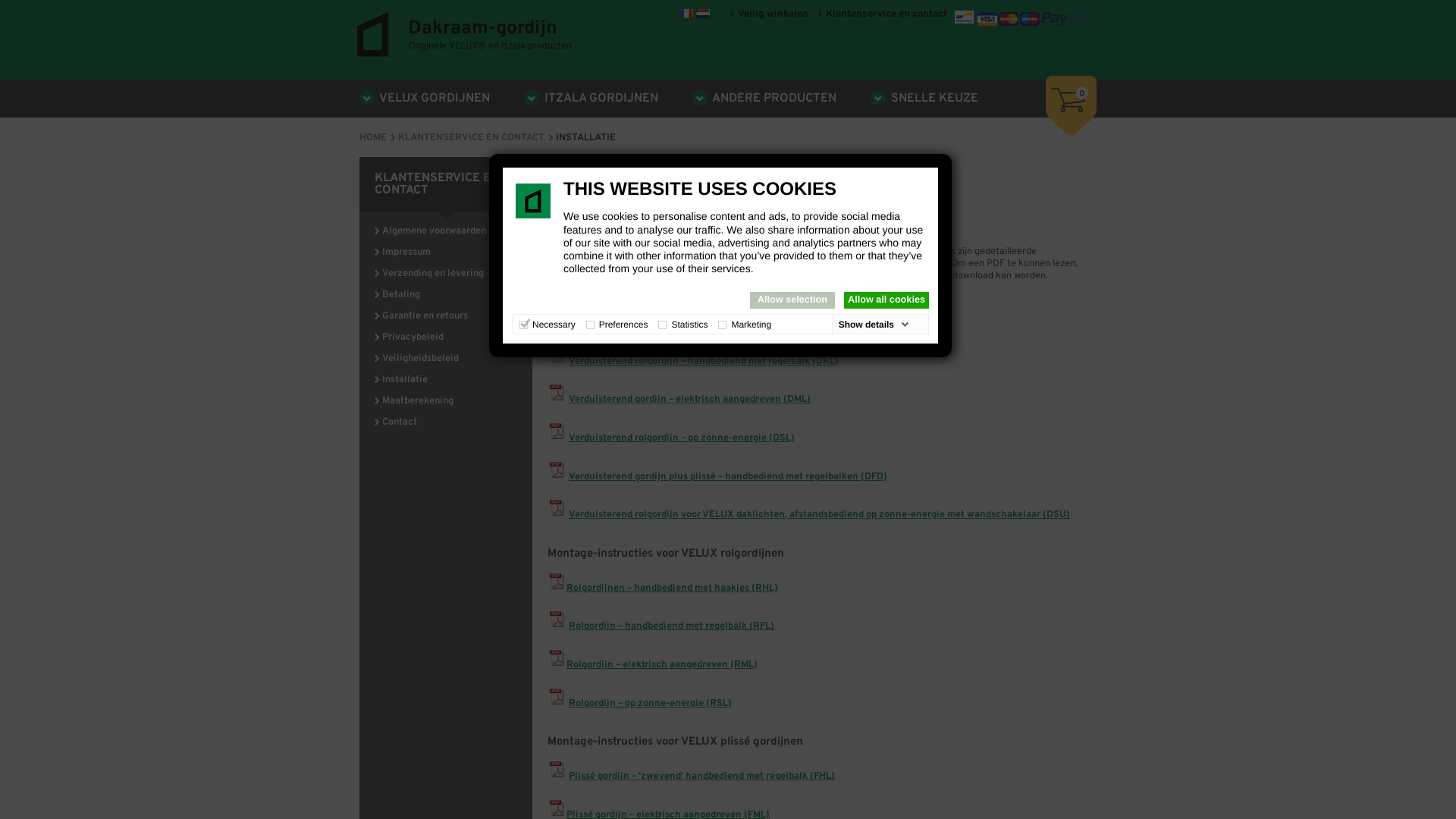 The height and width of the screenshot is (819, 1456). Describe the element at coordinates (425, 99) in the screenshot. I see `'VELUX GORDIJNEN'` at that location.